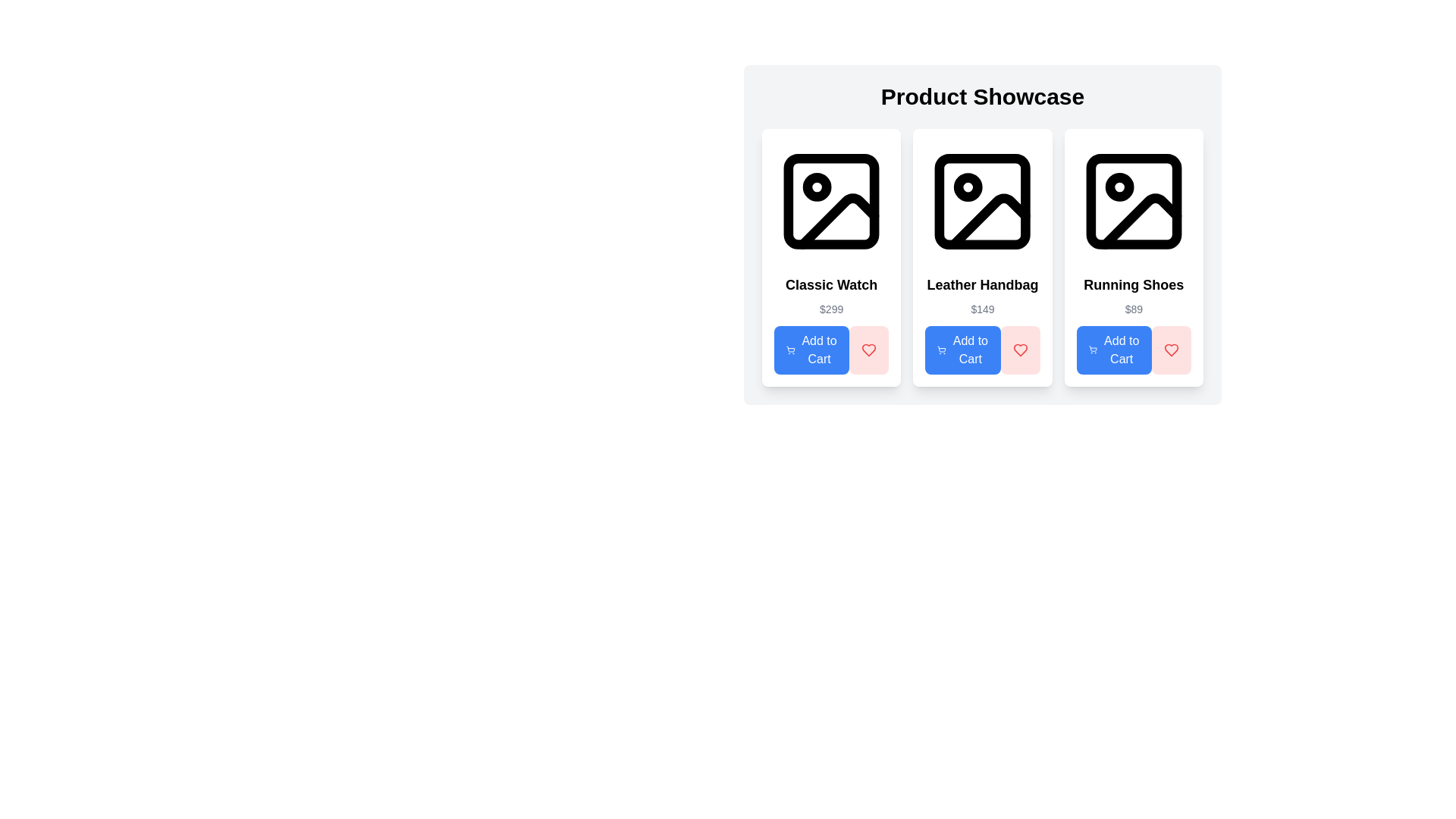 The height and width of the screenshot is (819, 1456). I want to click on the decorative dot within the 'Classic Watch' product icon located in the leftmost product card under the 'Product Showcase' section, so click(816, 187).